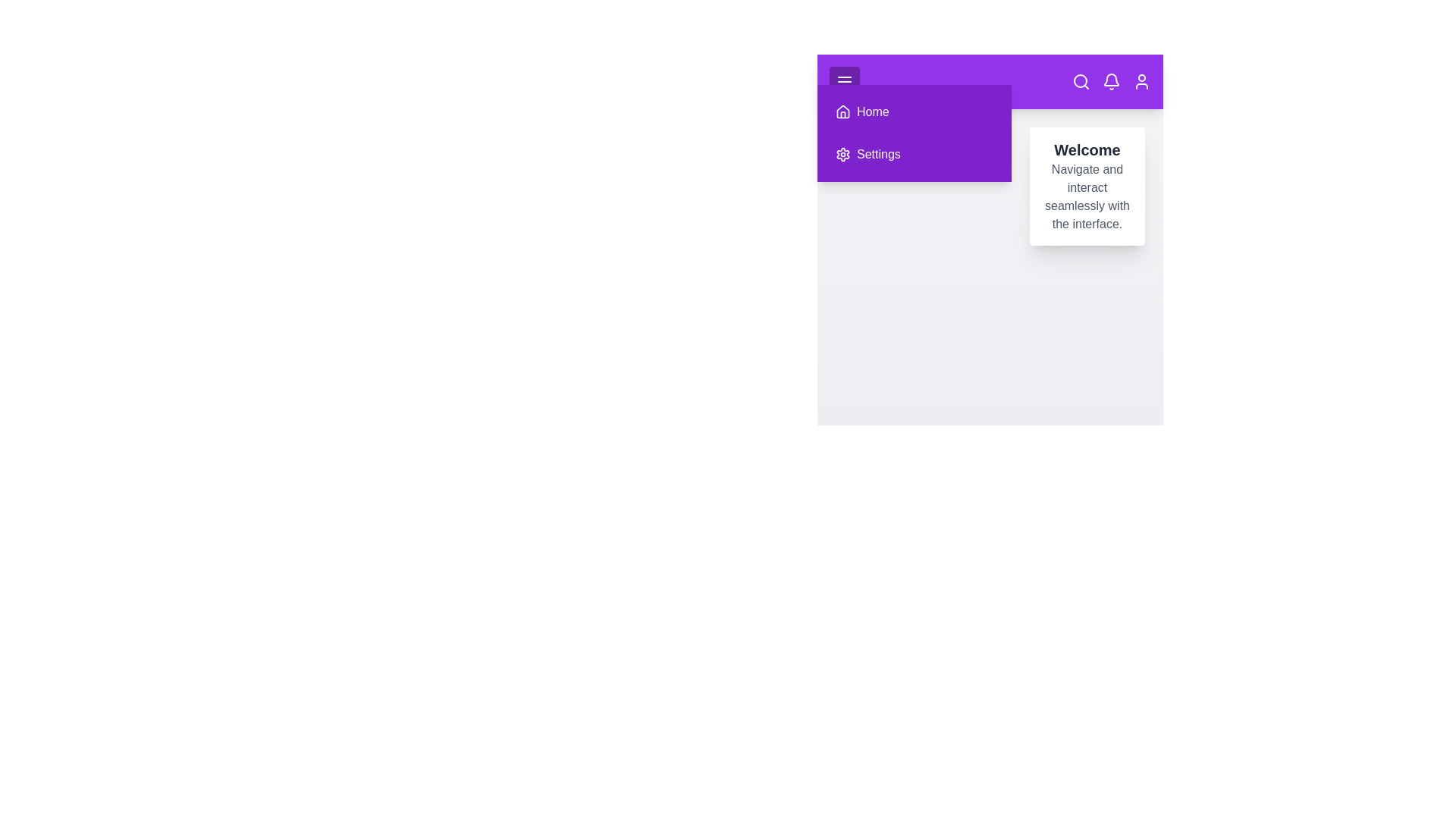  I want to click on the 'Settings' menu item, so click(913, 155).